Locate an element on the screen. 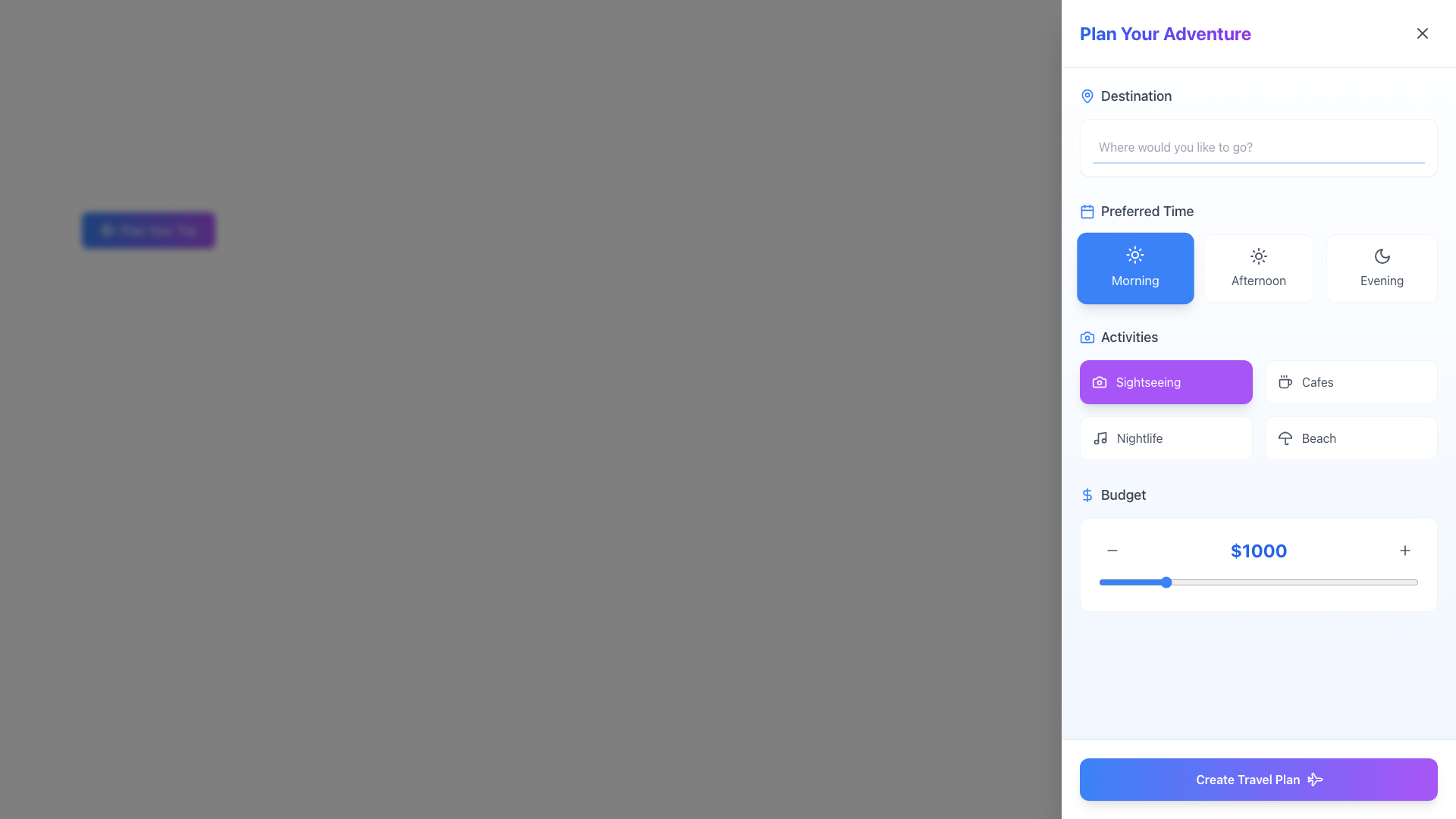 This screenshot has height=819, width=1456. the small gray SVG icon resembling a cross in the top-right corner of the interface is located at coordinates (1422, 33).